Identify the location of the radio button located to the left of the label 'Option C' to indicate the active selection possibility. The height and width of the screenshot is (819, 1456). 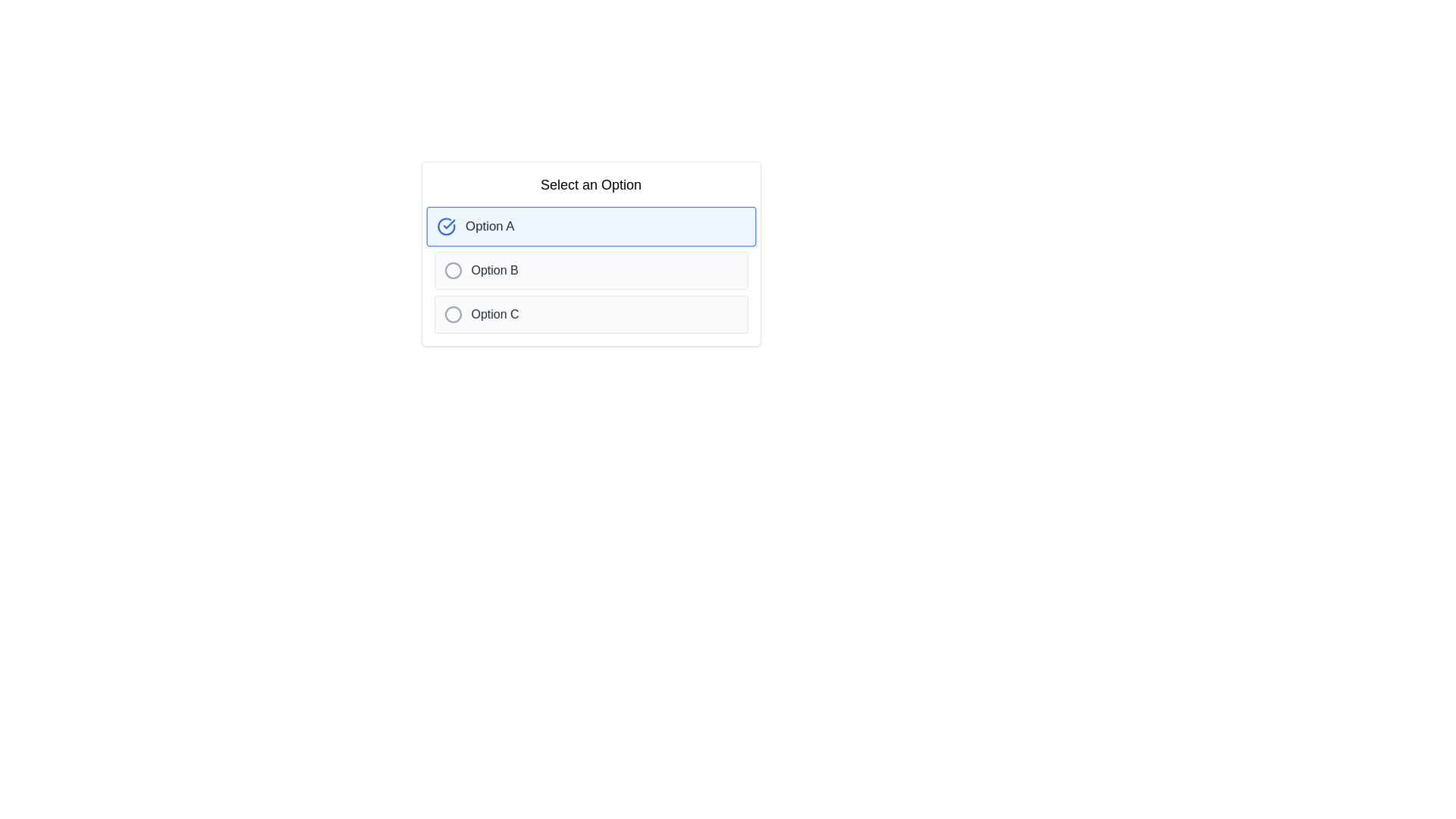
(452, 314).